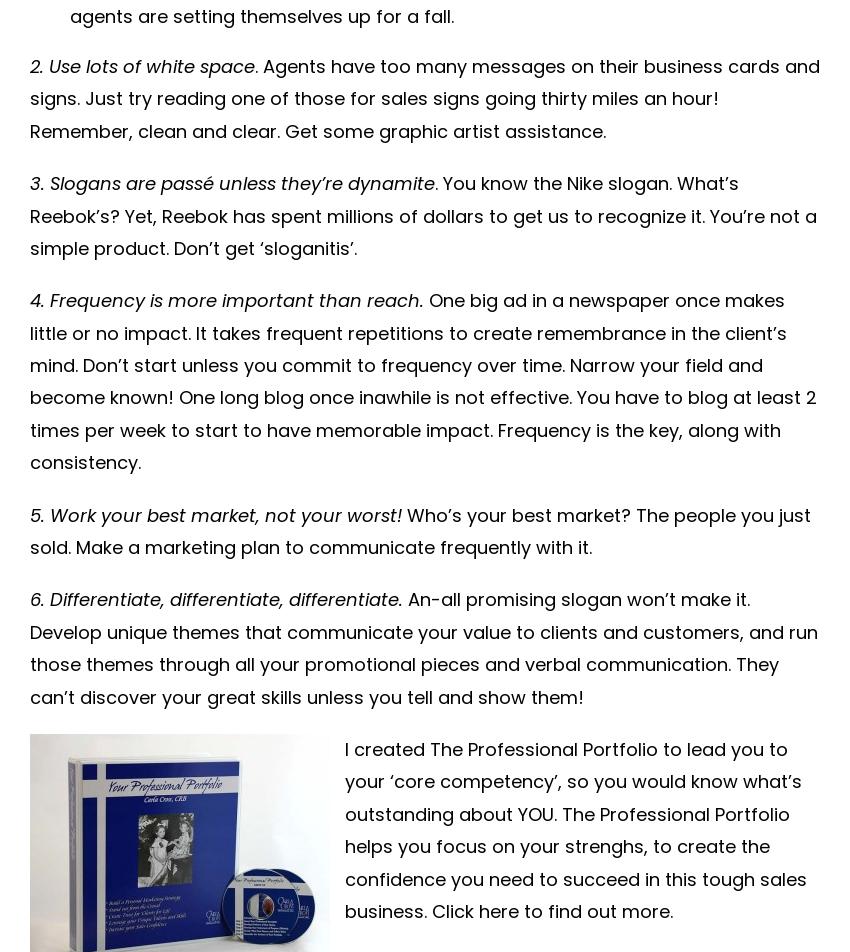  Describe the element at coordinates (231, 183) in the screenshot. I see `'3. Slogans are passé unless they’re dynamite'` at that location.